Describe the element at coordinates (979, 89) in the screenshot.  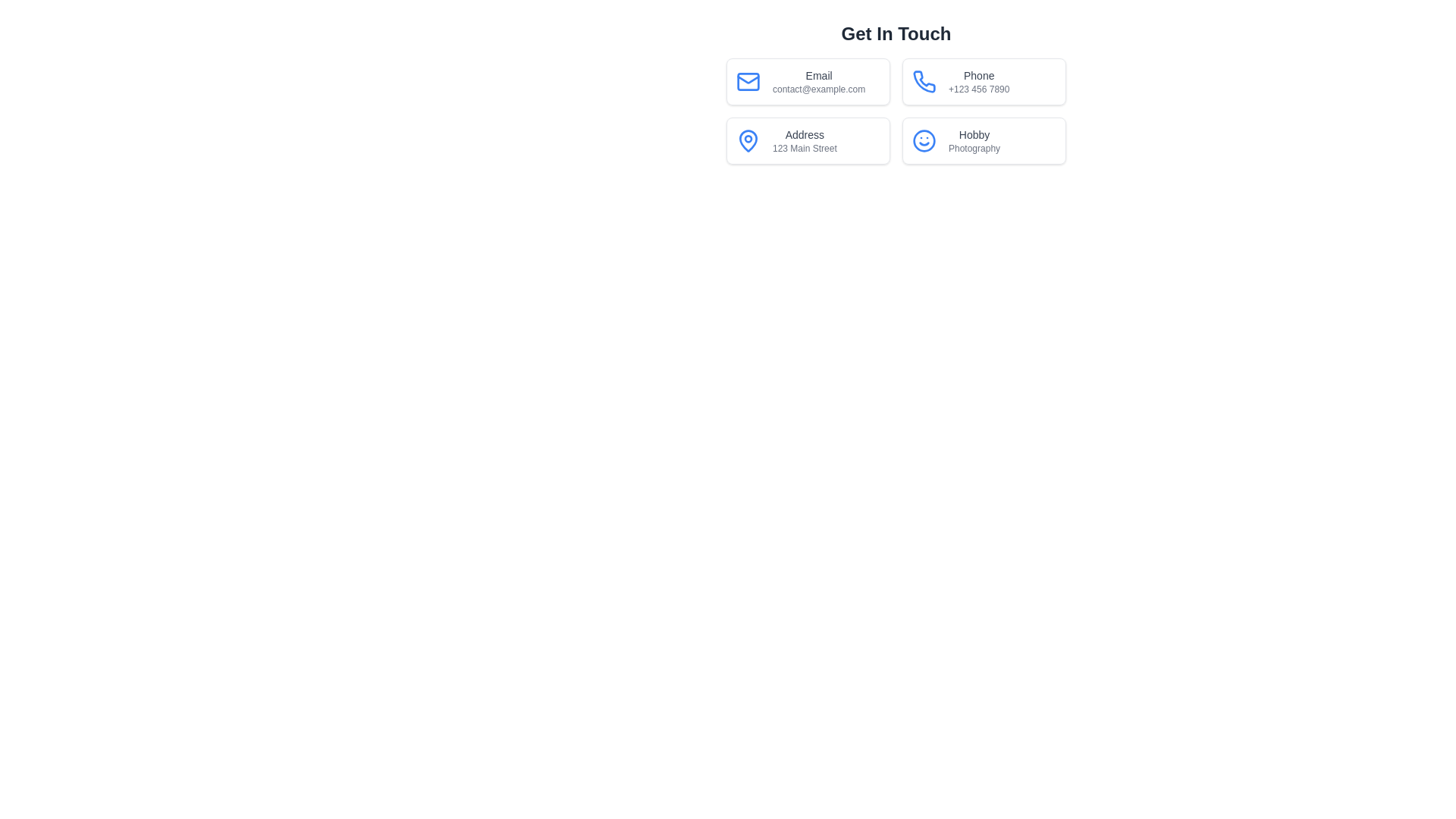
I see `phone number displayed in the text label showing '+123 456 7890', which is located under the 'Phone' label in the top-right section of a grid layout` at that location.